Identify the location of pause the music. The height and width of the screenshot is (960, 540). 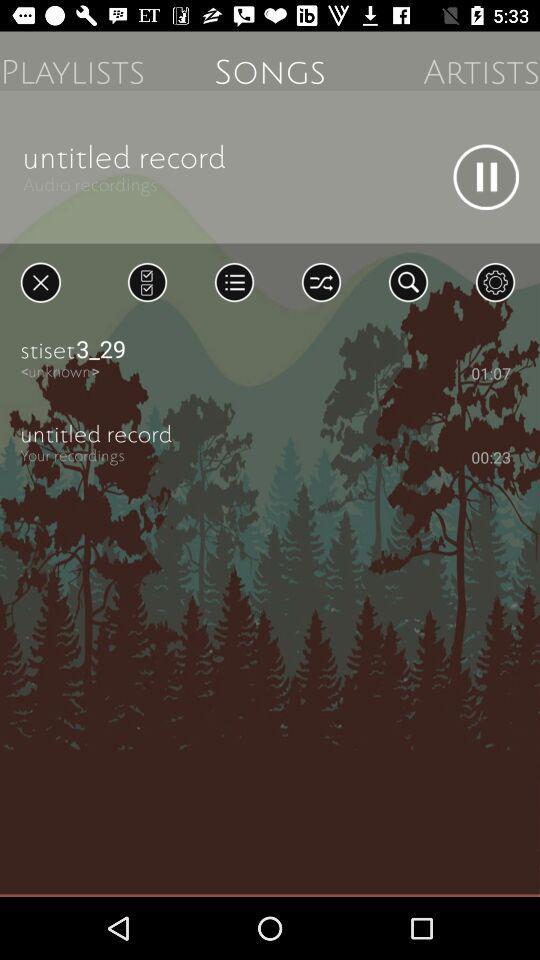
(485, 176).